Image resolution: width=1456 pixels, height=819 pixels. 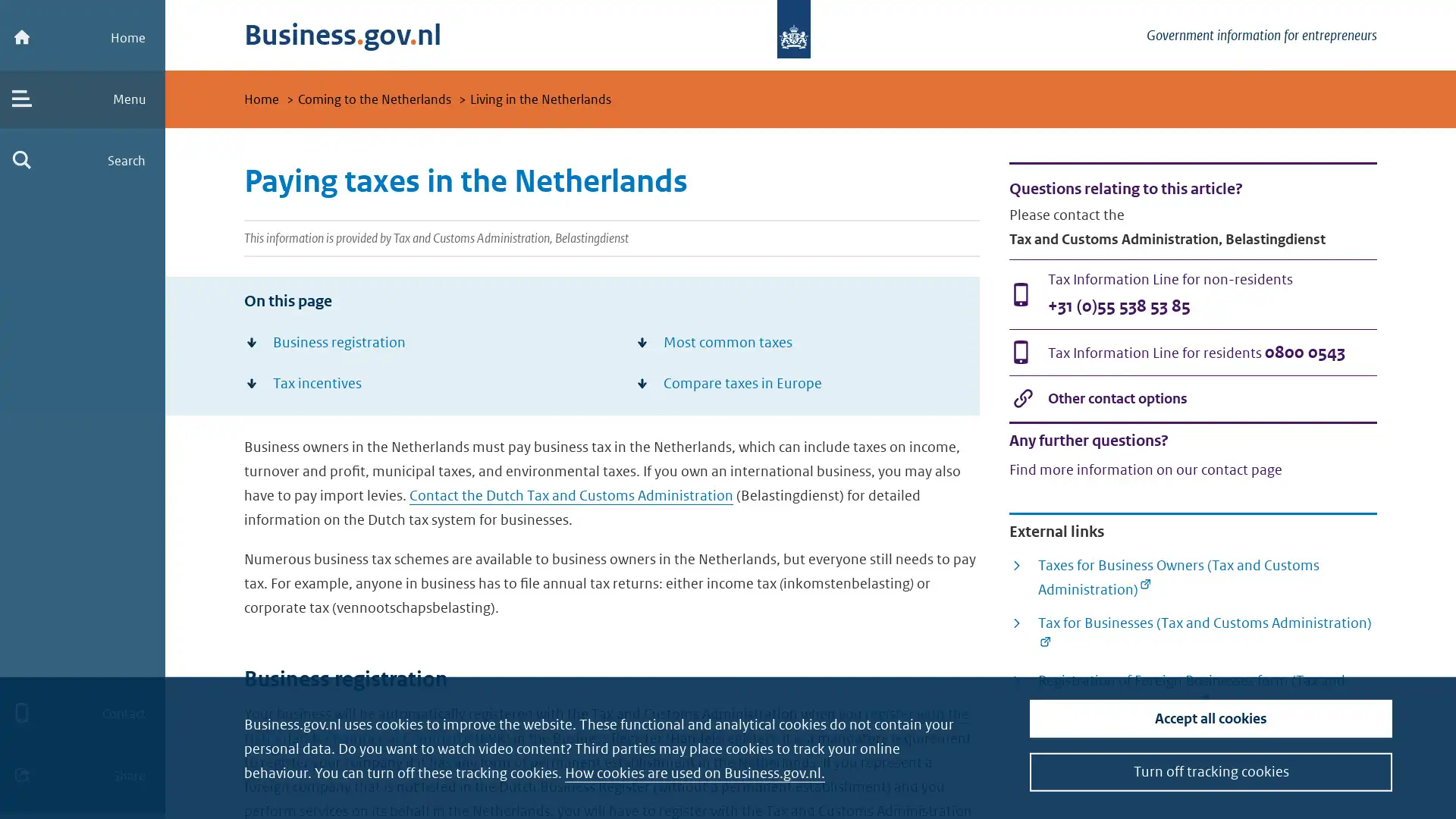 I want to click on Turn off tracking cookies, so click(x=1210, y=769).